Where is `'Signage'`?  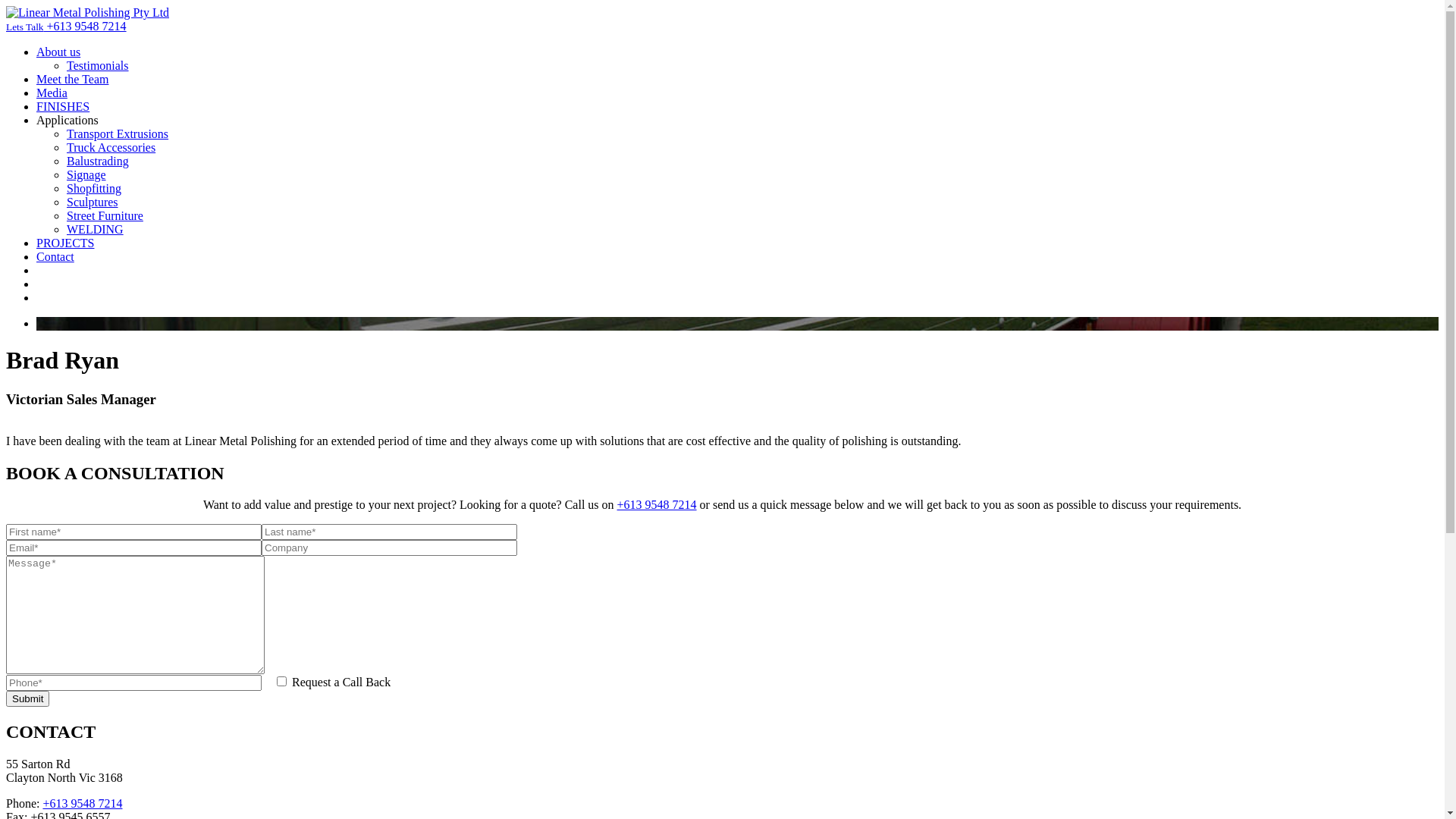
'Signage' is located at coordinates (86, 174).